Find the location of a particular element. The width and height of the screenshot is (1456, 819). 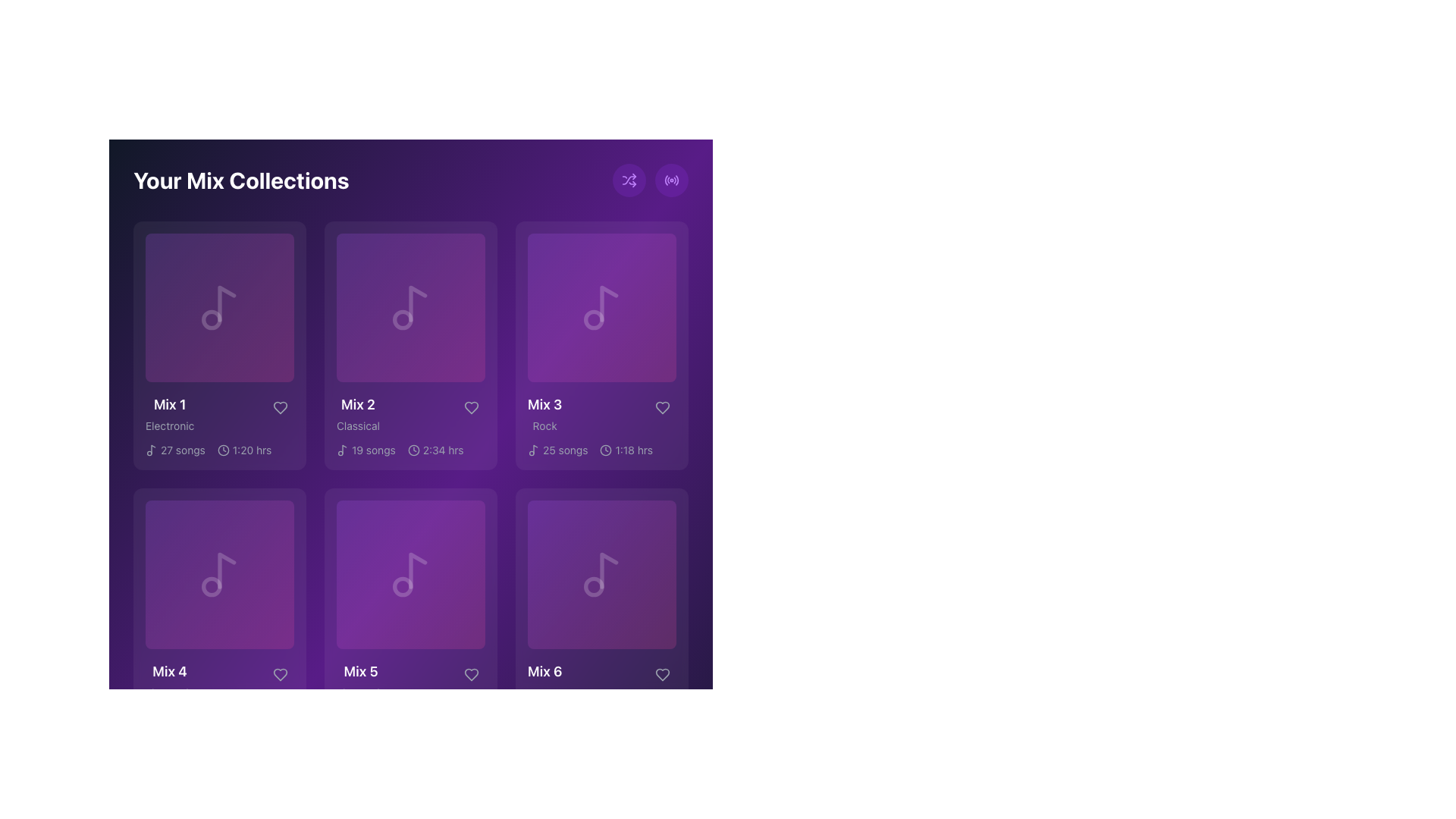

the play button located in the center of the 'Mix 5' card is located at coordinates (411, 575).